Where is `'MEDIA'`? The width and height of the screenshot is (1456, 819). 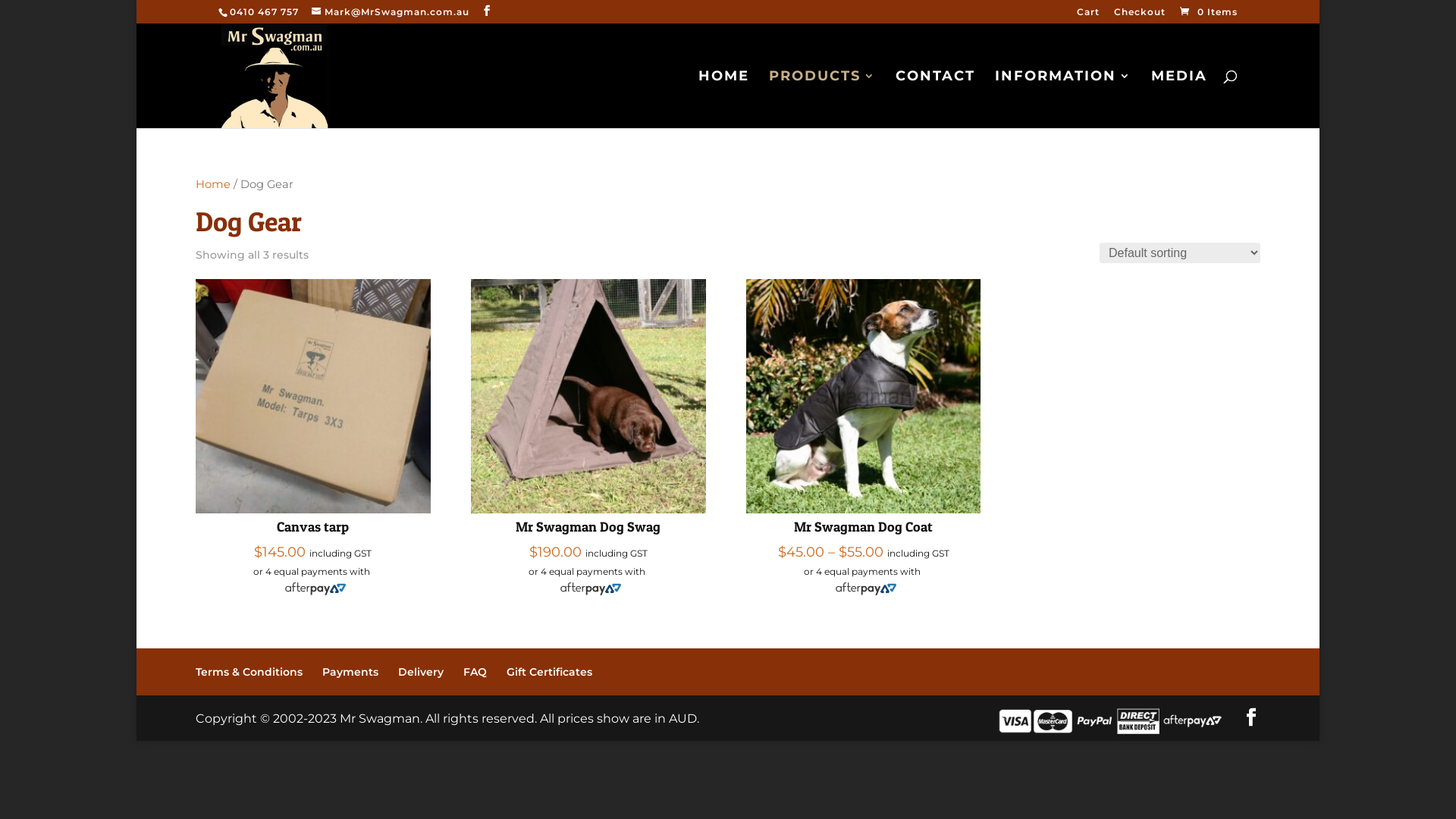
'MEDIA' is located at coordinates (1150, 99).